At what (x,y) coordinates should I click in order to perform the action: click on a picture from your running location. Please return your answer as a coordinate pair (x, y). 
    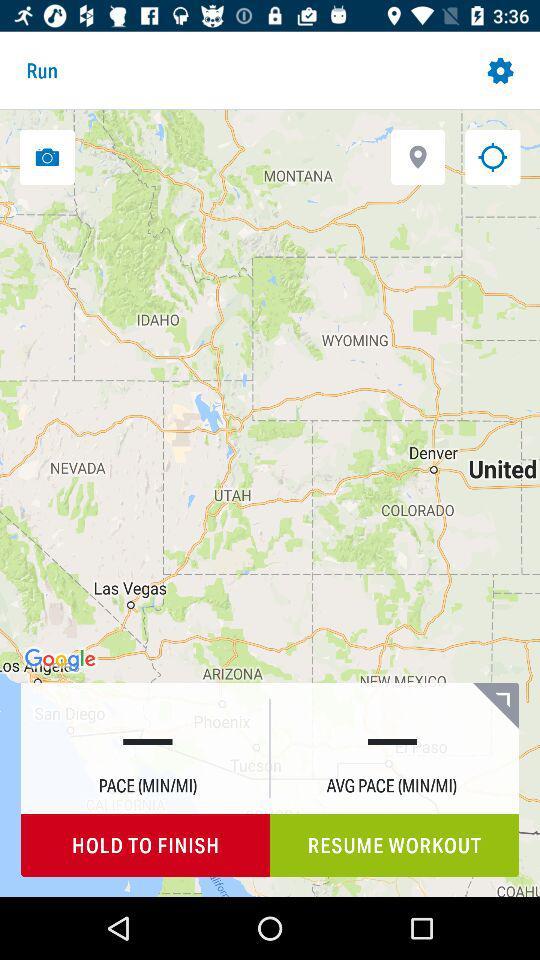
    Looking at the image, I should click on (47, 156).